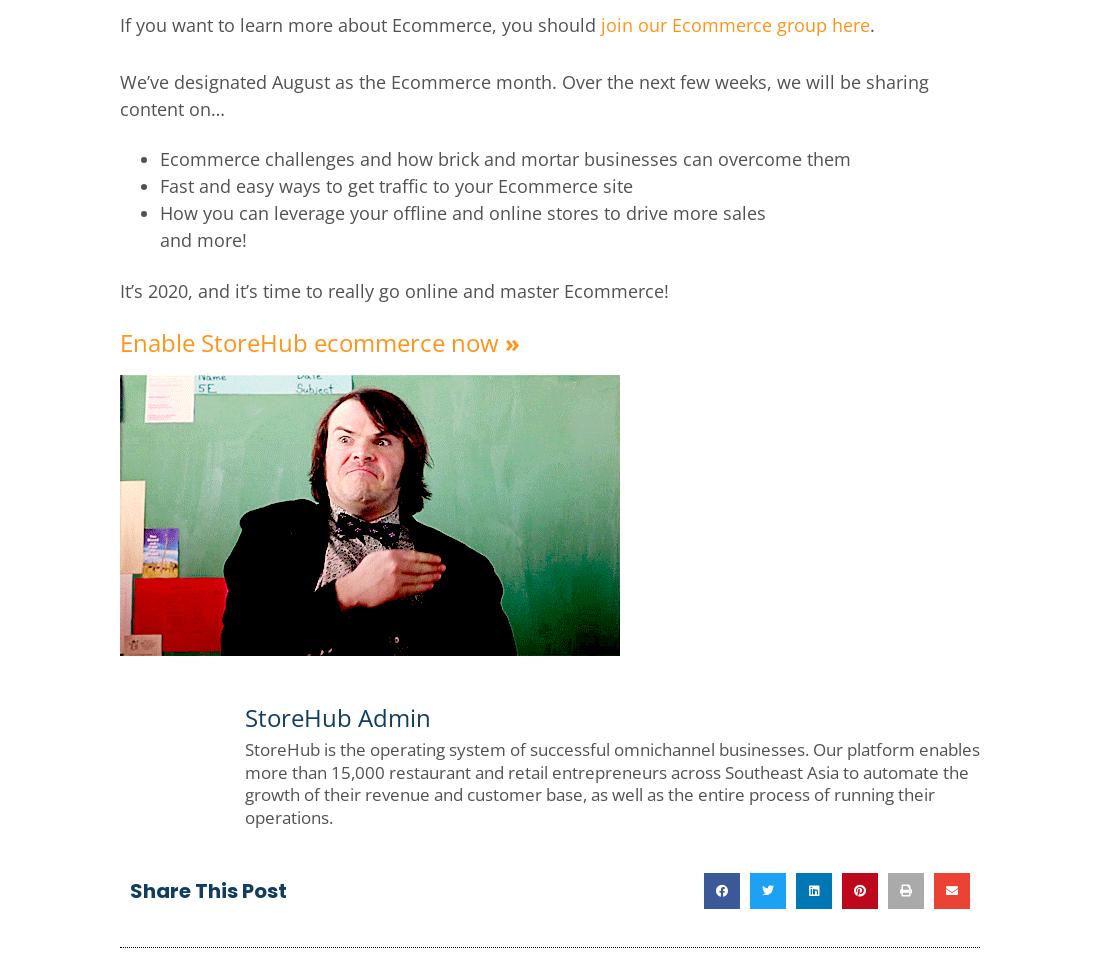 The width and height of the screenshot is (1105, 976). I want to click on 'Fast and easy ways to get traffic to your Ecommerce site', so click(396, 183).